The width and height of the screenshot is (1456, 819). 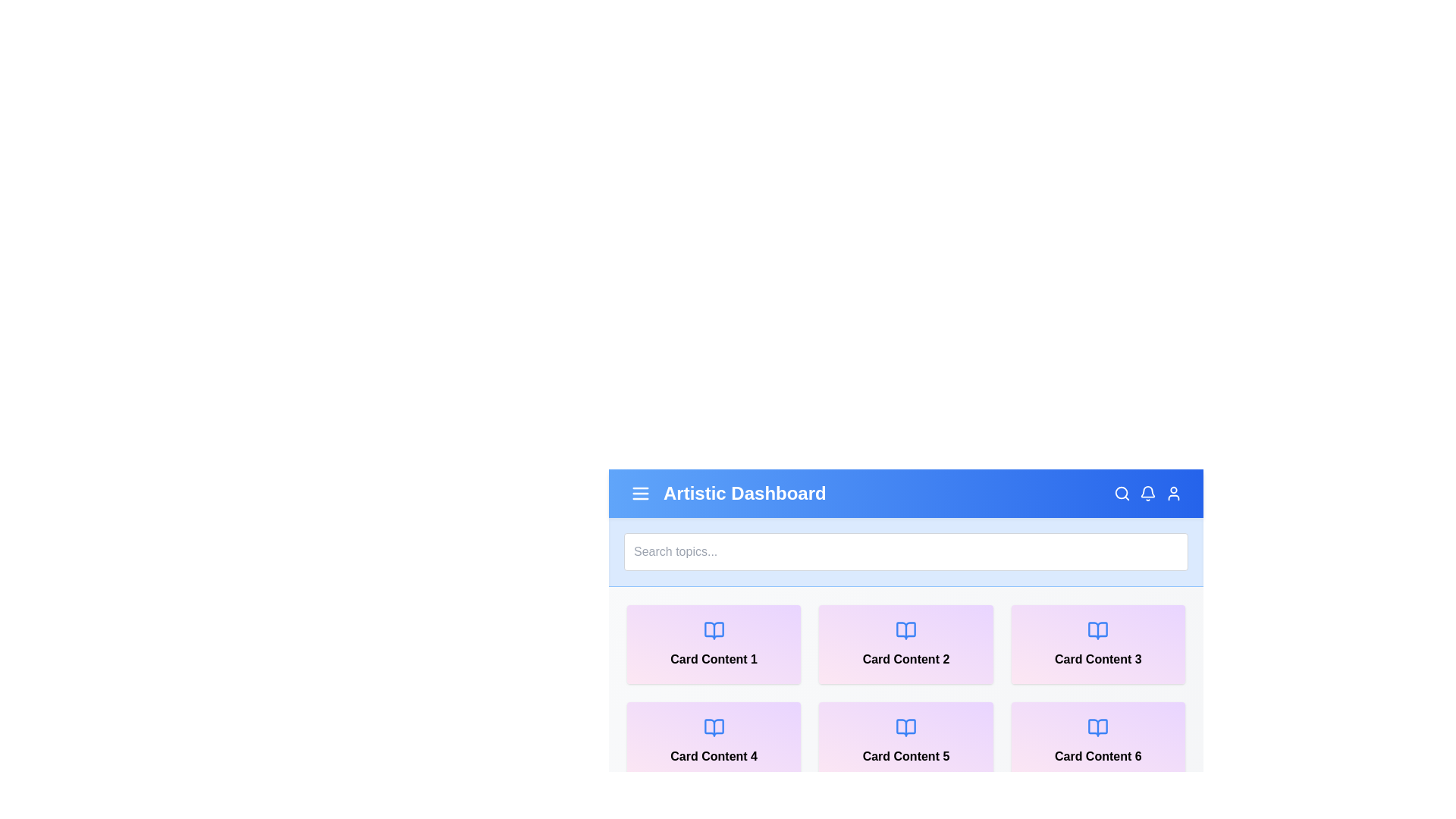 What do you see at coordinates (1122, 494) in the screenshot?
I see `the search icon to toggle the visibility of the search bar` at bounding box center [1122, 494].